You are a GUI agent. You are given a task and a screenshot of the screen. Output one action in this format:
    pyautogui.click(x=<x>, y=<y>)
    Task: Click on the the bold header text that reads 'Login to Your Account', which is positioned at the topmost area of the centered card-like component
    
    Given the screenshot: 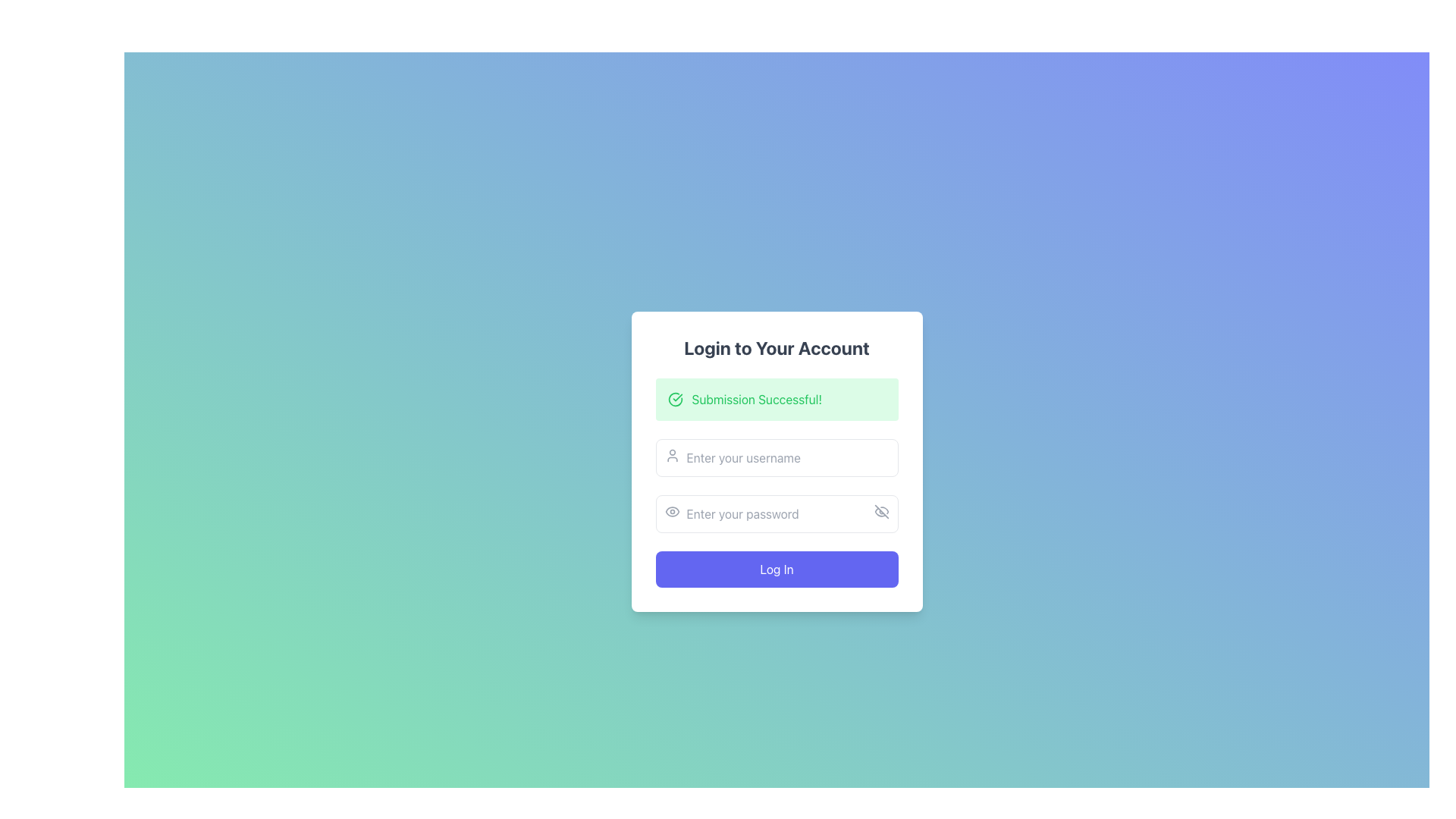 What is the action you would take?
    pyautogui.click(x=777, y=348)
    